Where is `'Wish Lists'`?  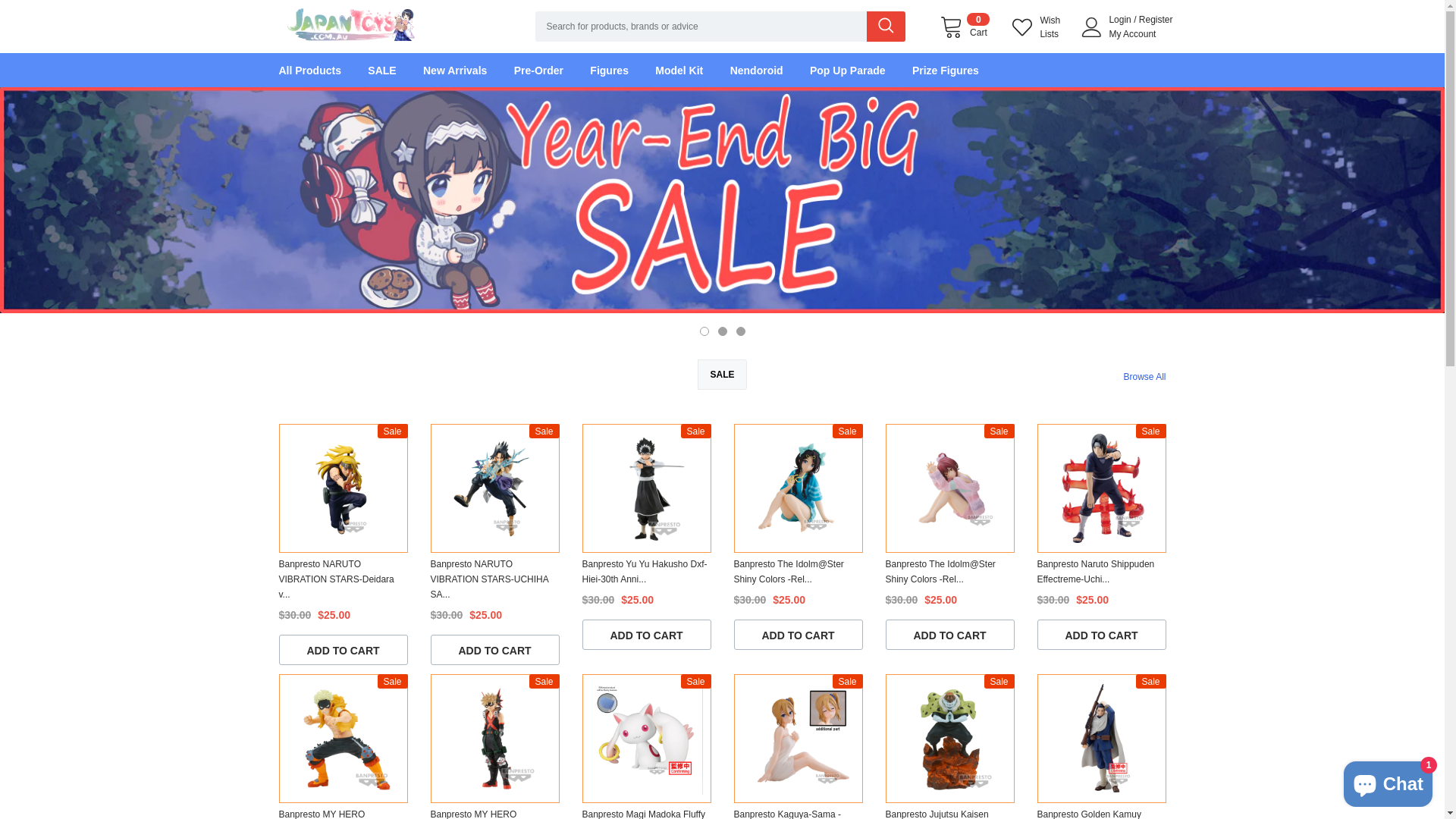 'Wish Lists' is located at coordinates (1012, 27).